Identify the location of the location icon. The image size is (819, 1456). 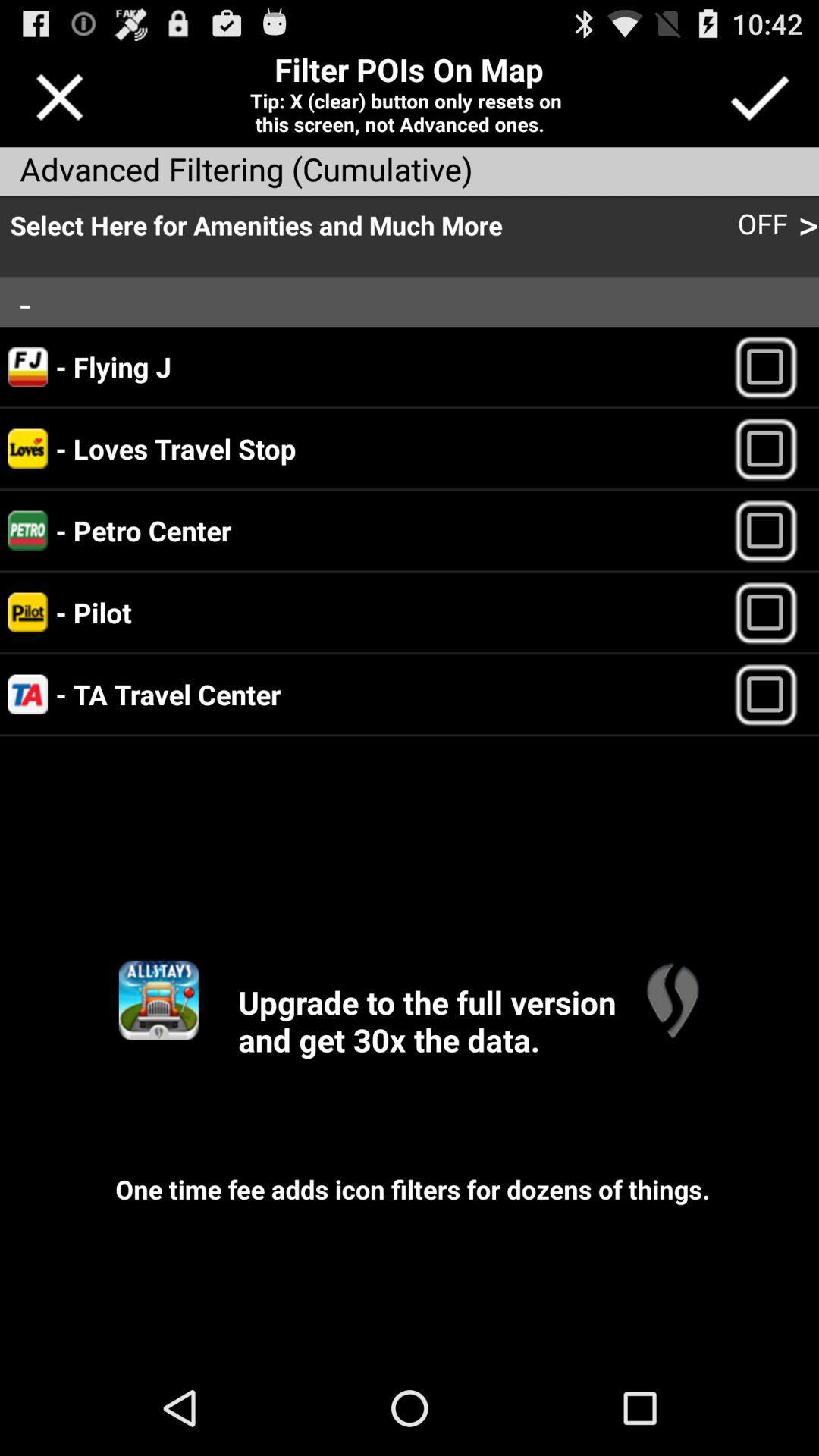
(671, 1069).